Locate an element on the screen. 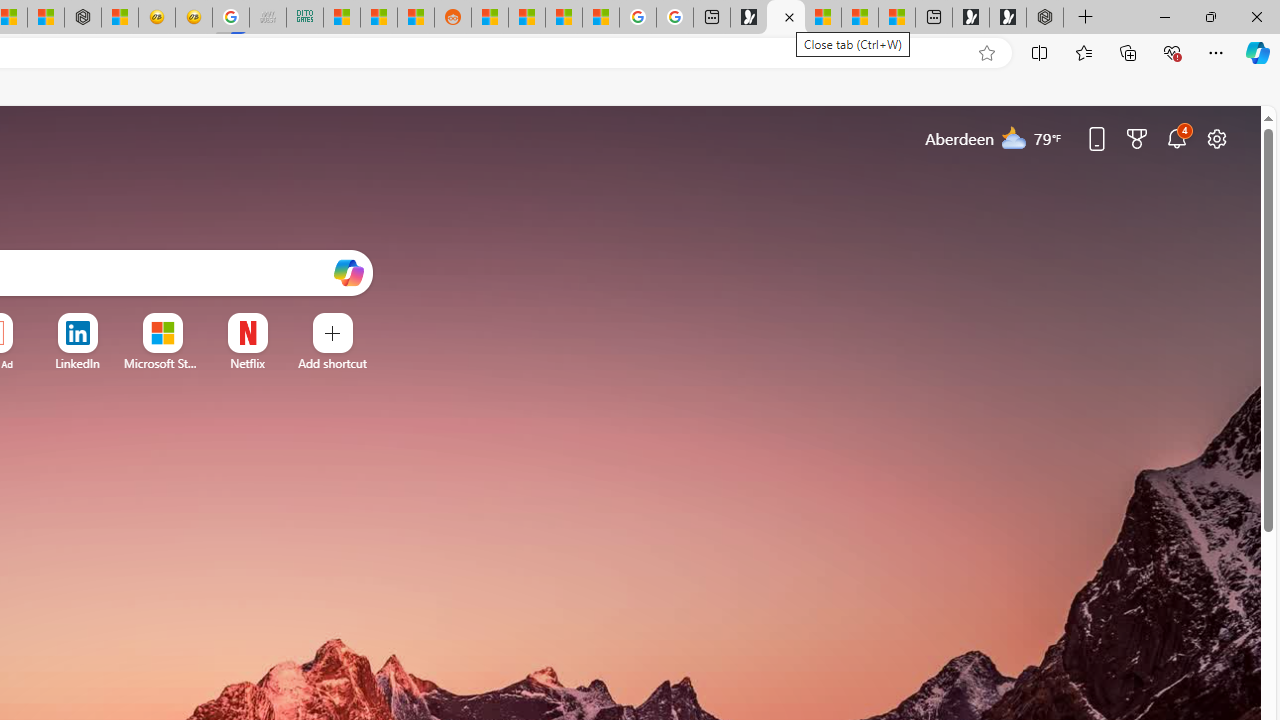  'LinkedIn' is located at coordinates (77, 363).